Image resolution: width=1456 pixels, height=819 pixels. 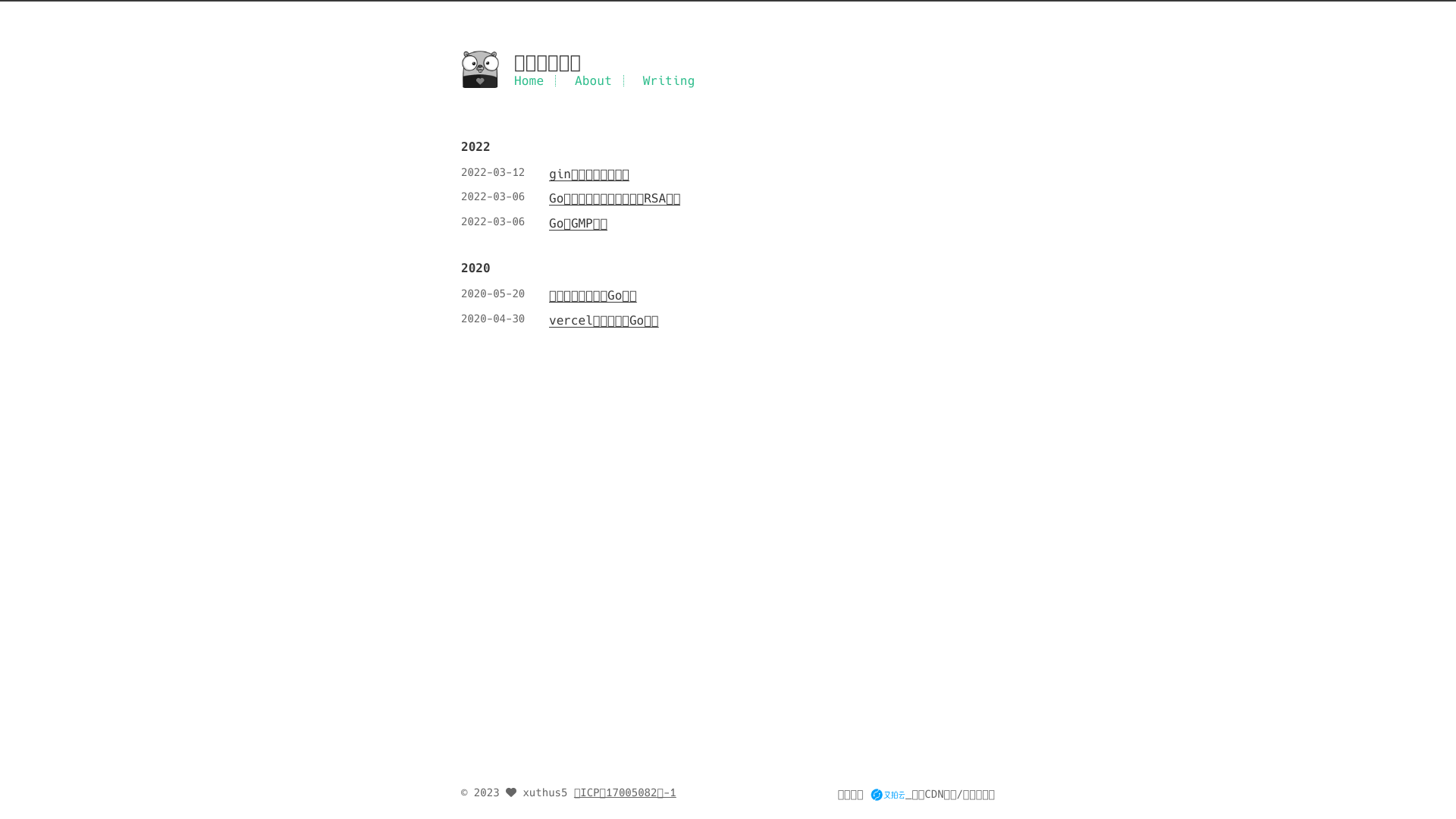 What do you see at coordinates (592, 80) in the screenshot?
I see `'About'` at bounding box center [592, 80].